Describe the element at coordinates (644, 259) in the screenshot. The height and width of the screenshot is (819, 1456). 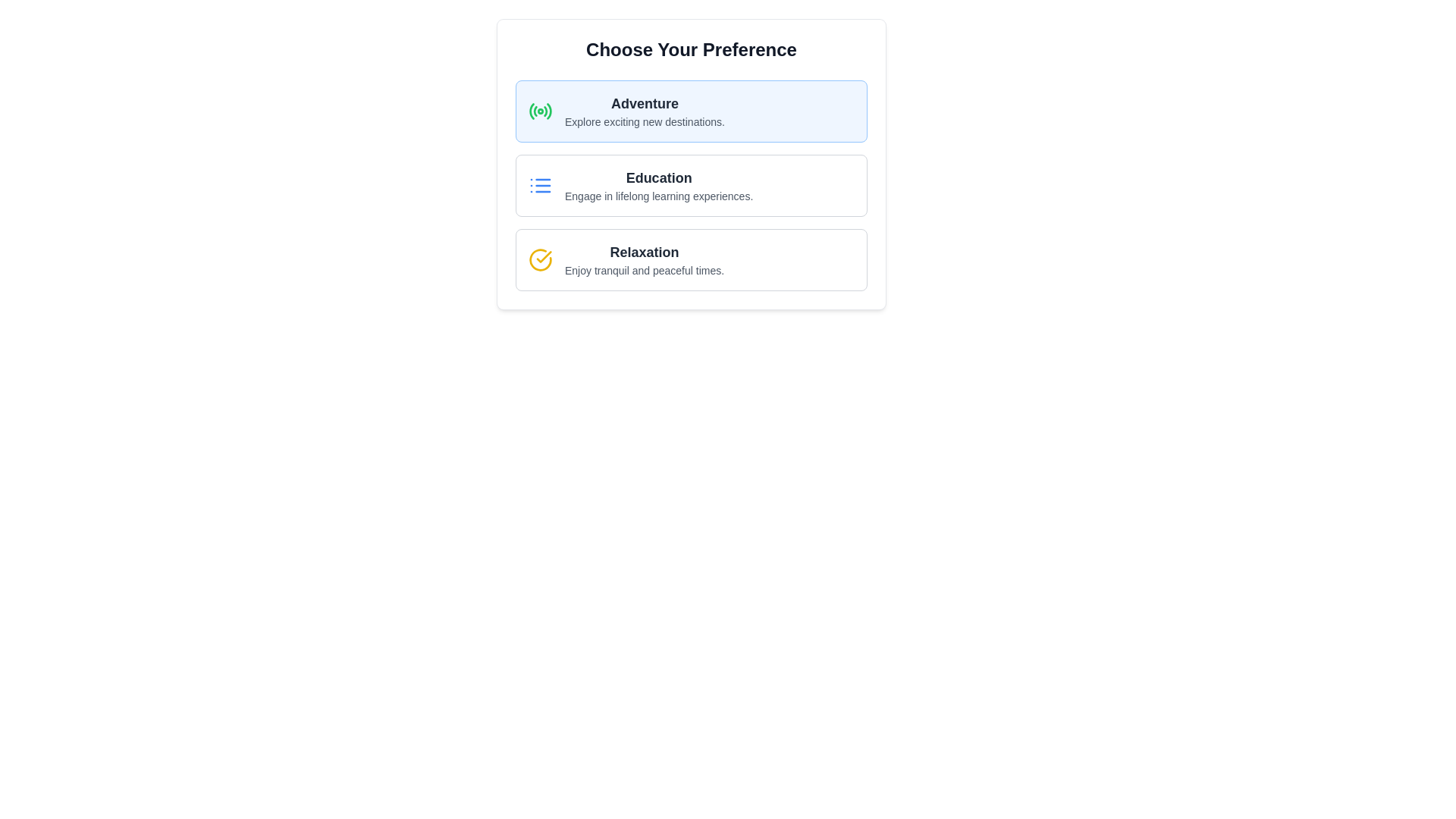
I see `the text display element labeled 'Relaxation'` at that location.